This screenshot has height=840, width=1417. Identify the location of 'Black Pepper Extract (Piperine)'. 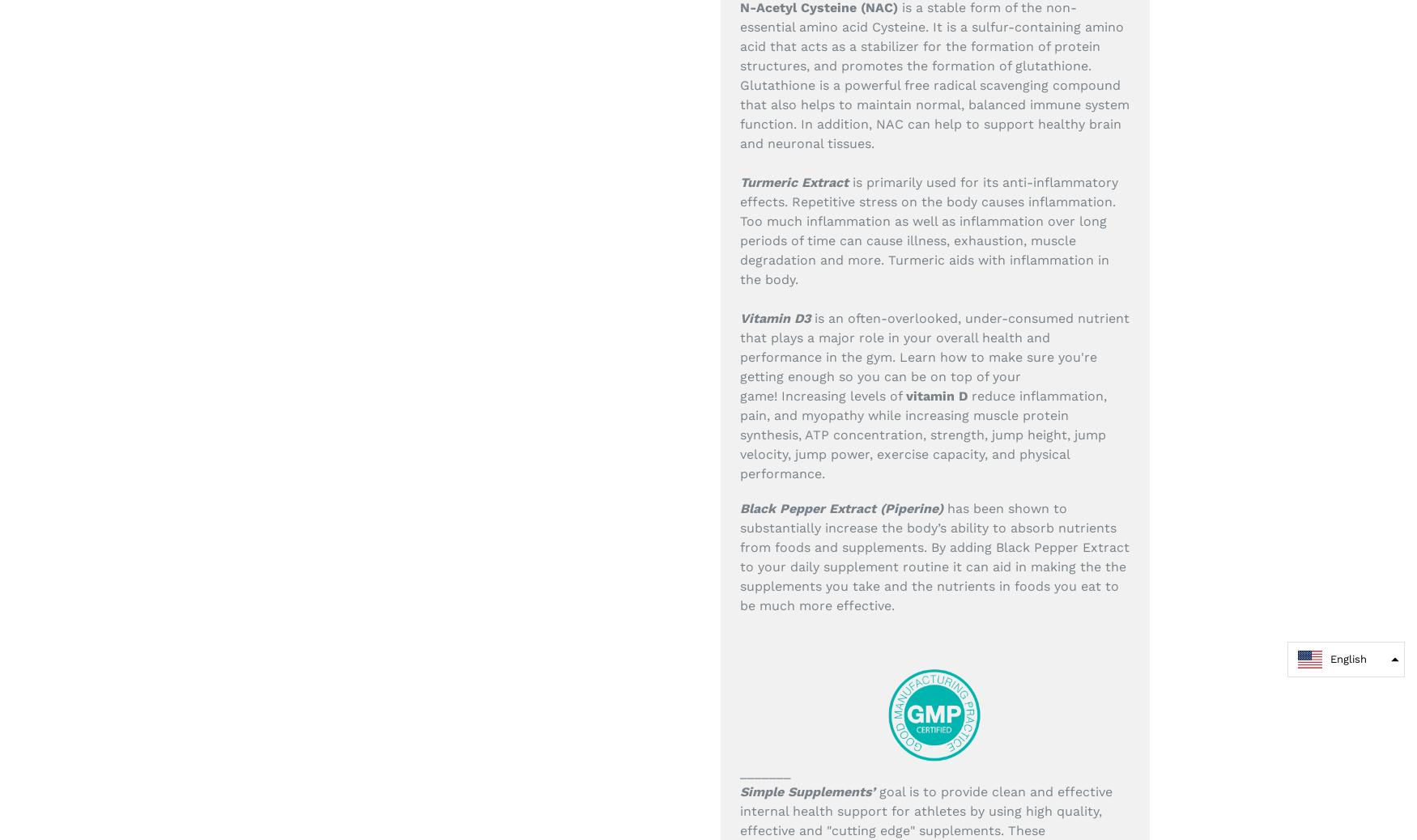
(840, 507).